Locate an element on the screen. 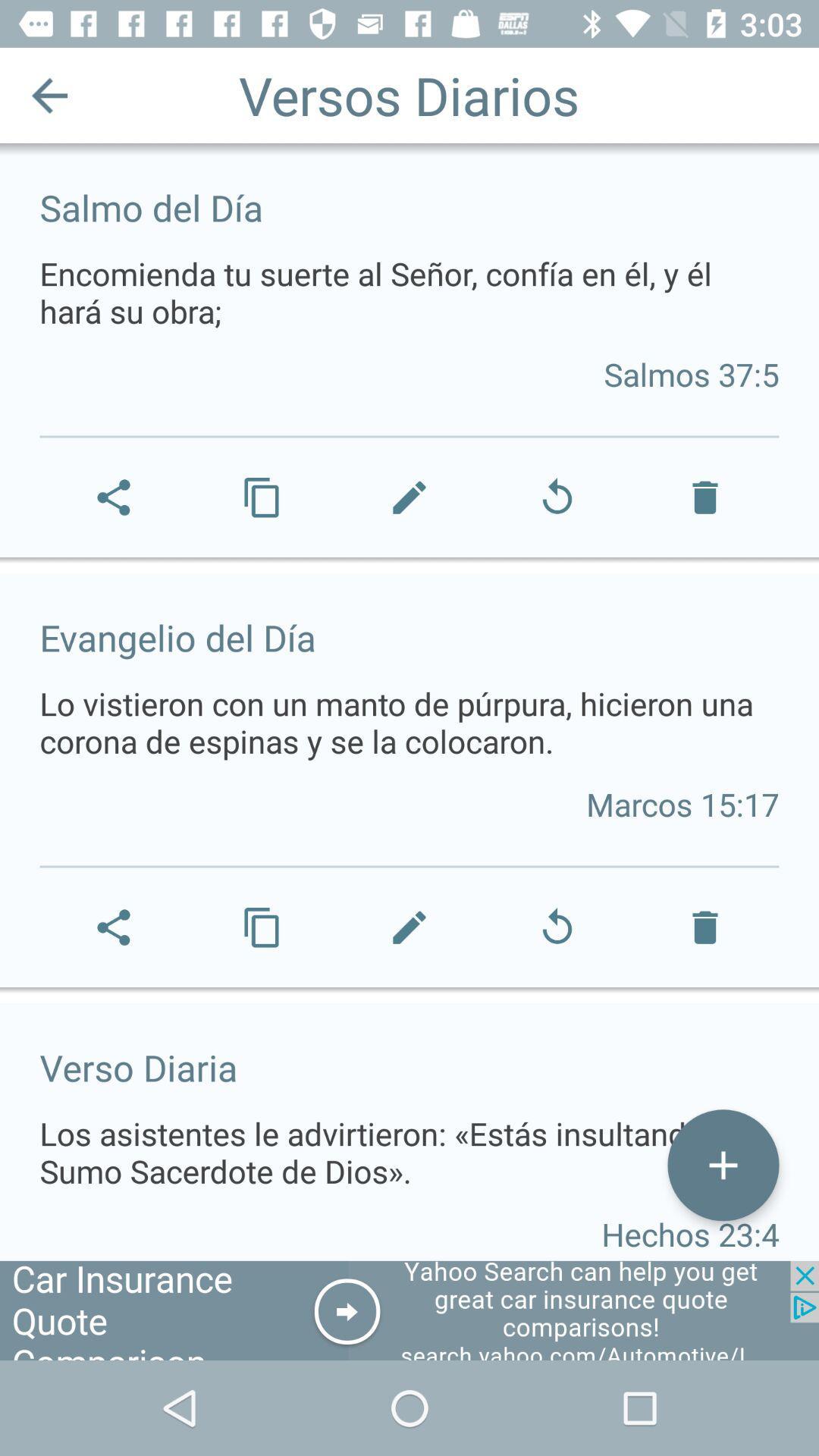 Image resolution: width=819 pixels, height=1456 pixels. the arrow_backward icon is located at coordinates (49, 94).